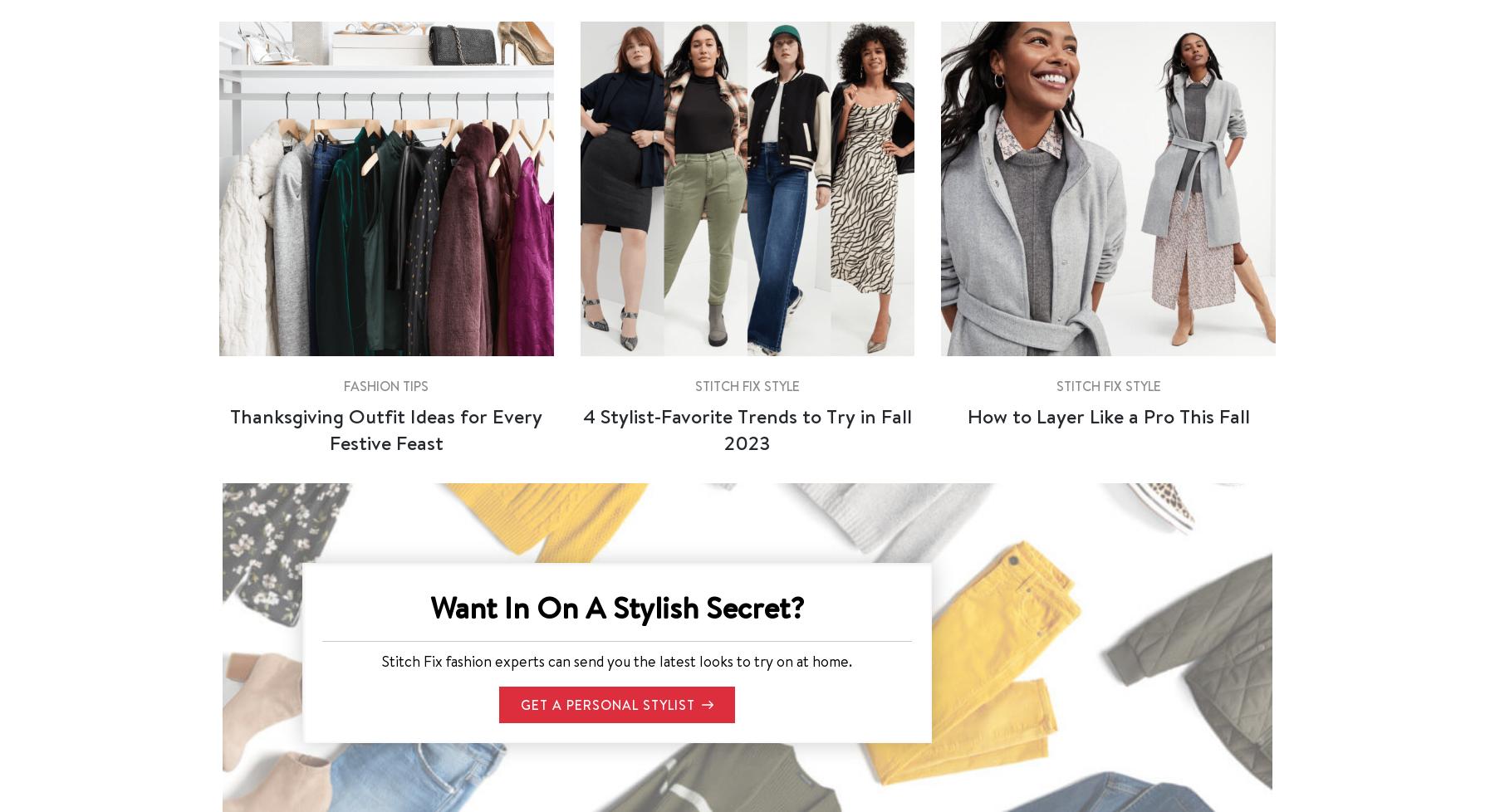  What do you see at coordinates (1107, 415) in the screenshot?
I see `'How to Layer Like a Pro This Fall'` at bounding box center [1107, 415].